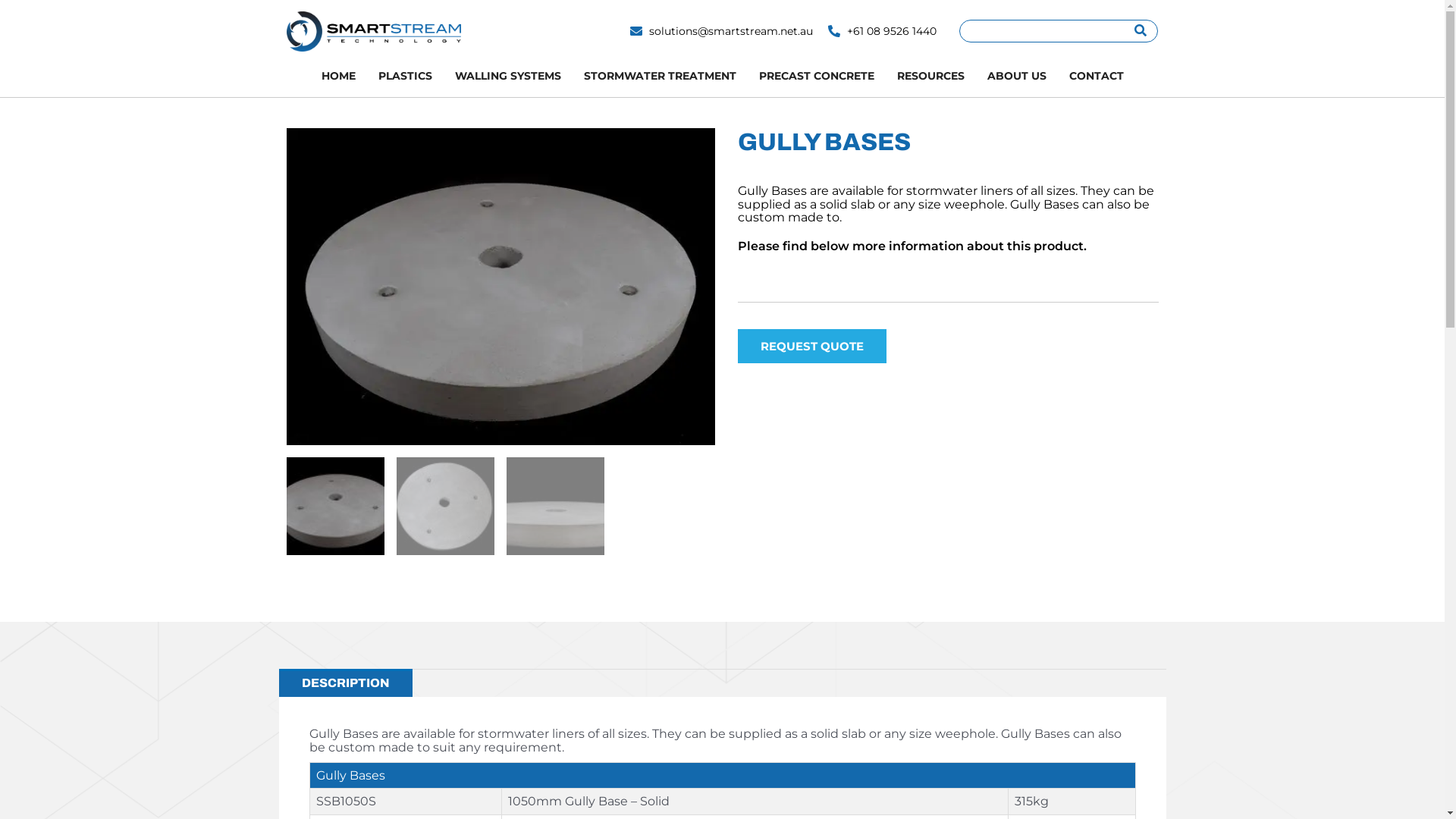 The image size is (1456, 819). Describe the element at coordinates (930, 76) in the screenshot. I see `'RESOURCES'` at that location.